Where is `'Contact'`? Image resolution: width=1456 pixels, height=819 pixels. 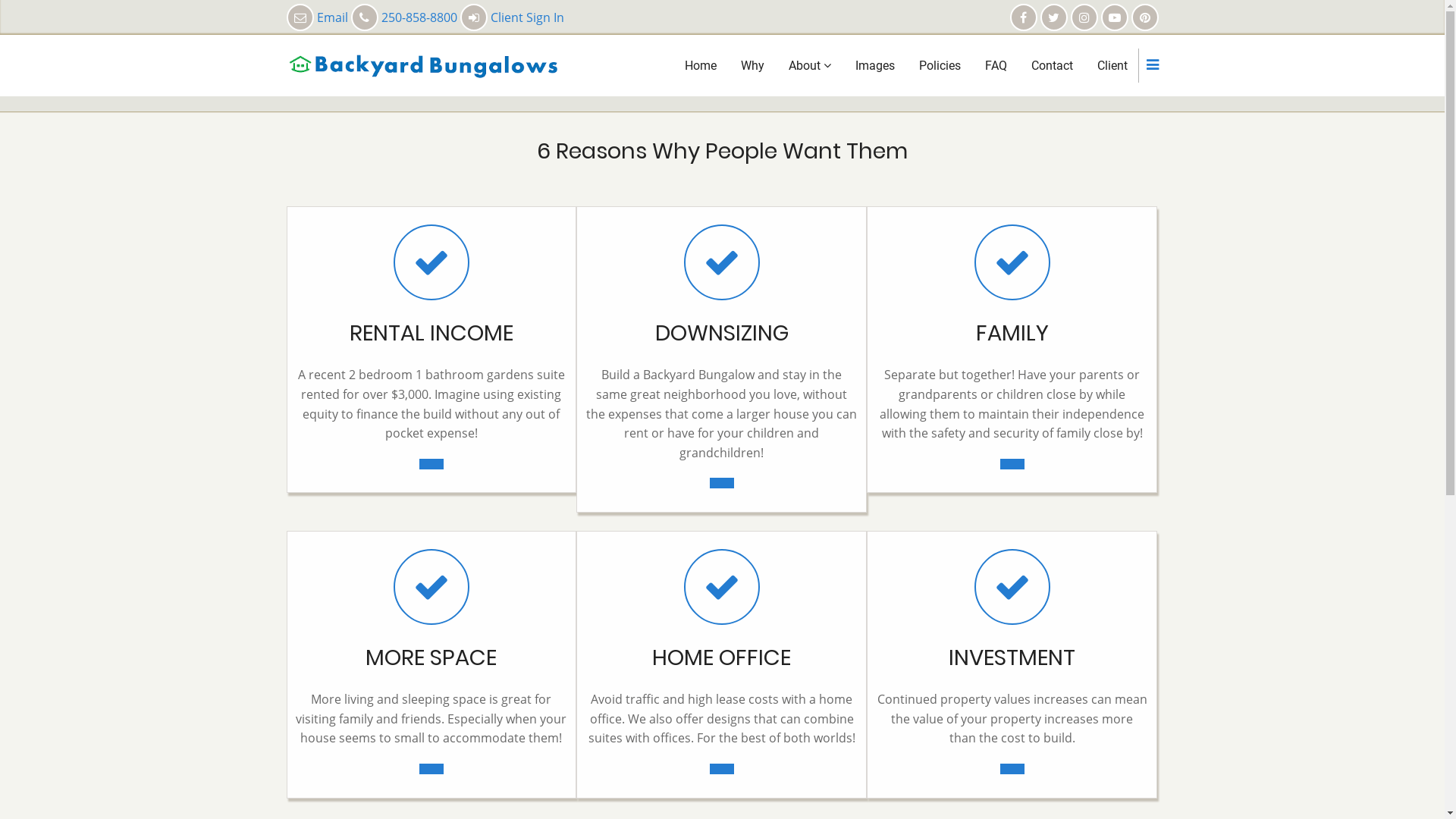
'Contact' is located at coordinates (1051, 65).